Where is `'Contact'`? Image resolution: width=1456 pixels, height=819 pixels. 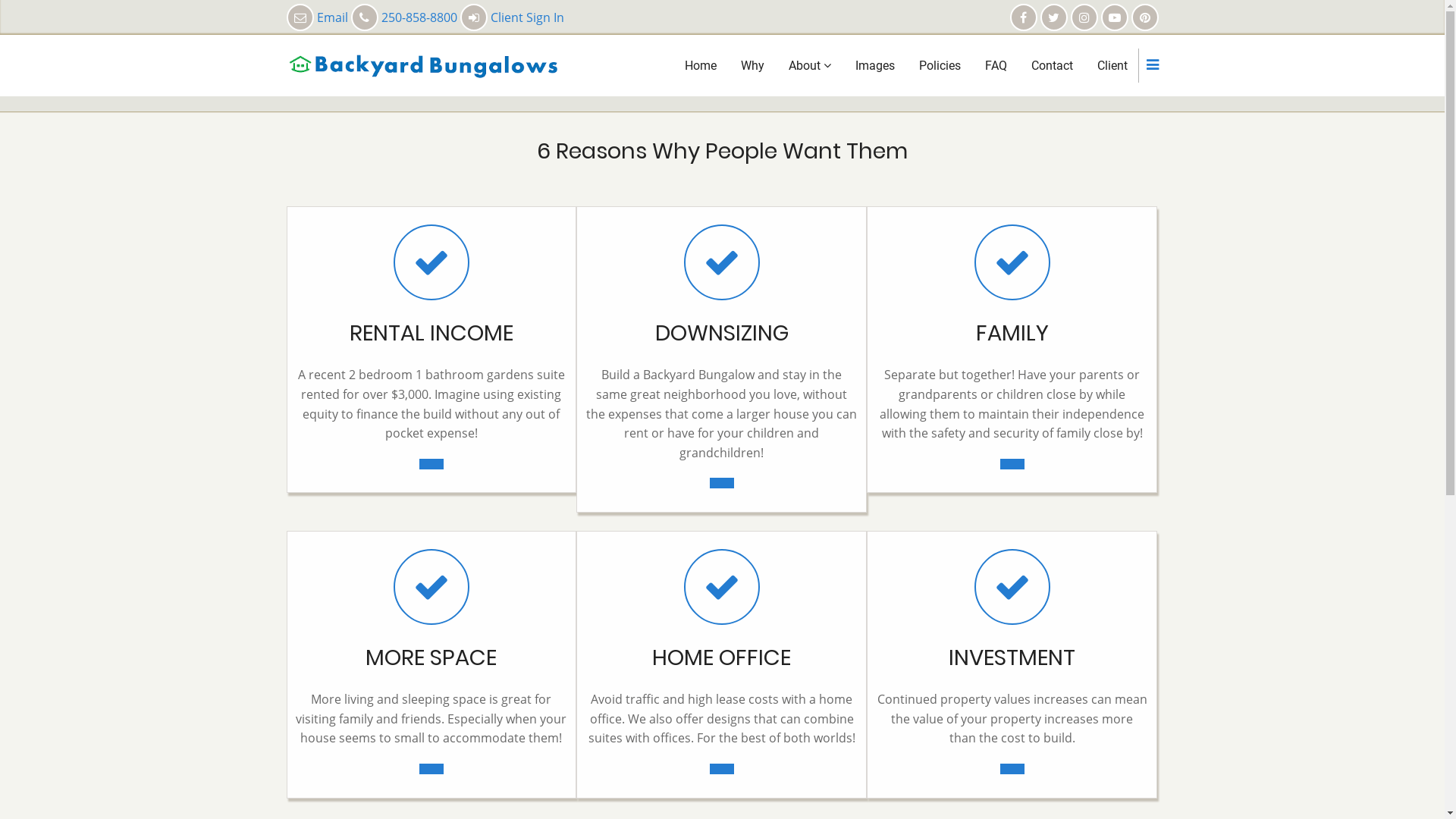
'Contact' is located at coordinates (1051, 65).